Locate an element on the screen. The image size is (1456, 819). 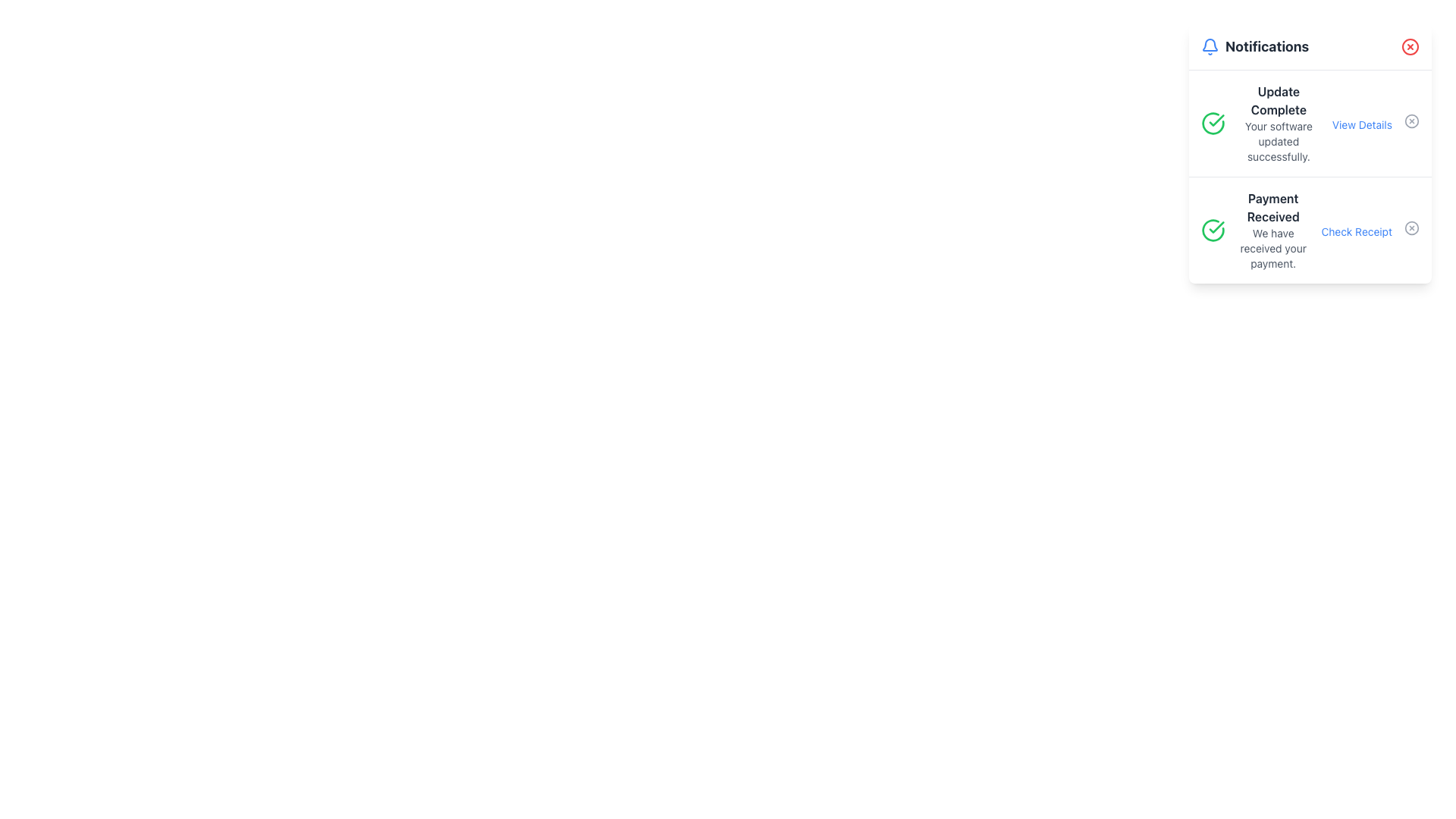
the Text Label that indicates the status of a completed update in the Notifications widget, positioned above the descriptive text 'Your software updated successfully.' is located at coordinates (1278, 100).